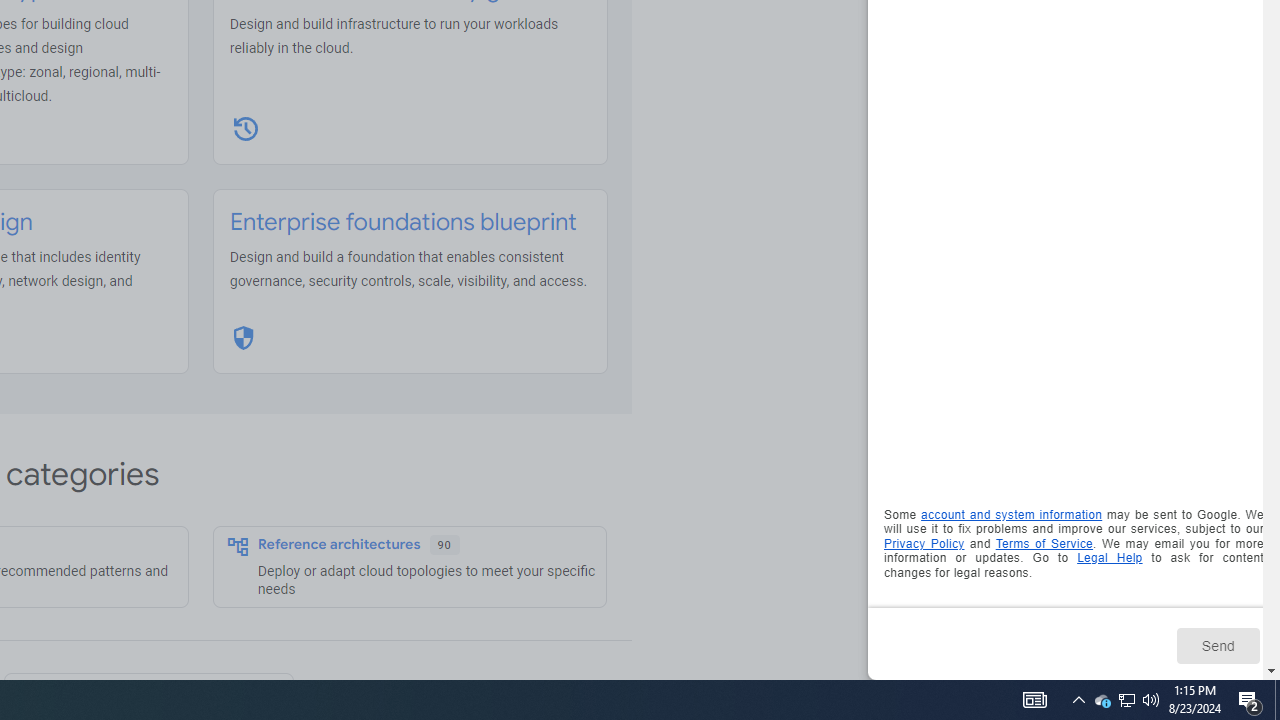 This screenshot has height=720, width=1280. I want to click on 'Send', so click(1216, 645).